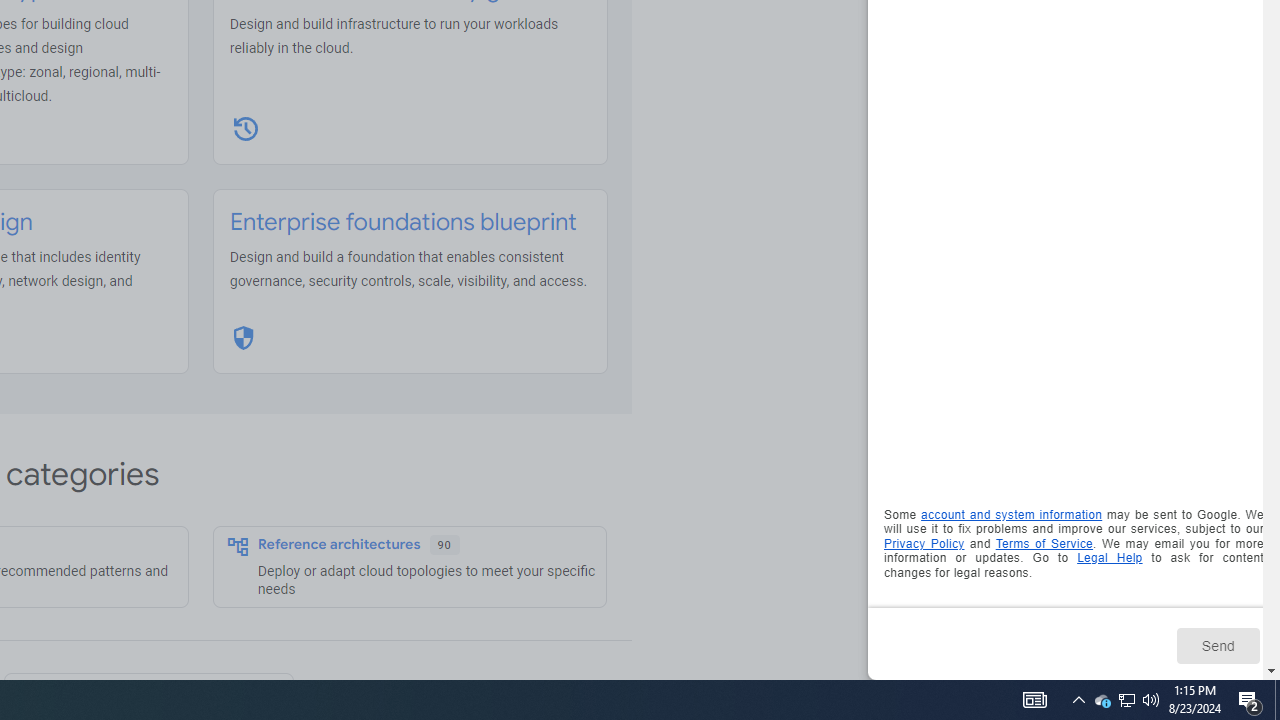 This screenshot has height=720, width=1280. I want to click on 'Send', so click(1216, 645).